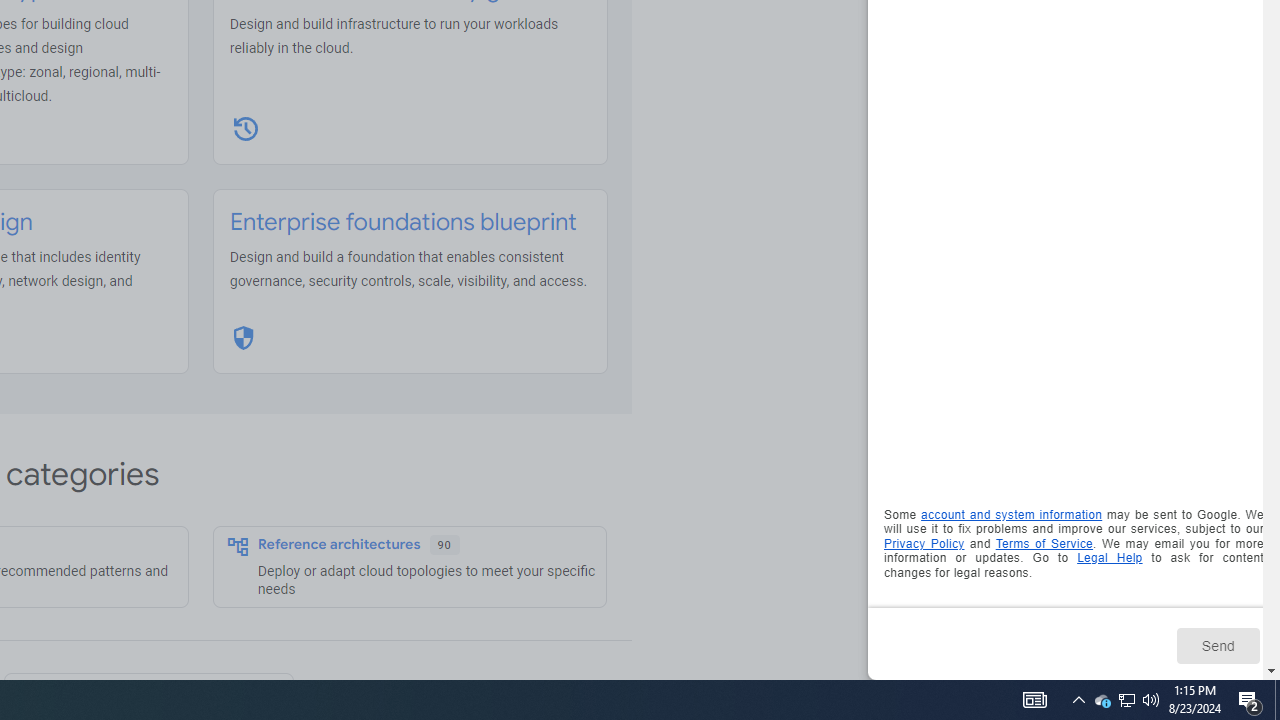 This screenshot has height=720, width=1280. I want to click on 'Send', so click(1216, 645).